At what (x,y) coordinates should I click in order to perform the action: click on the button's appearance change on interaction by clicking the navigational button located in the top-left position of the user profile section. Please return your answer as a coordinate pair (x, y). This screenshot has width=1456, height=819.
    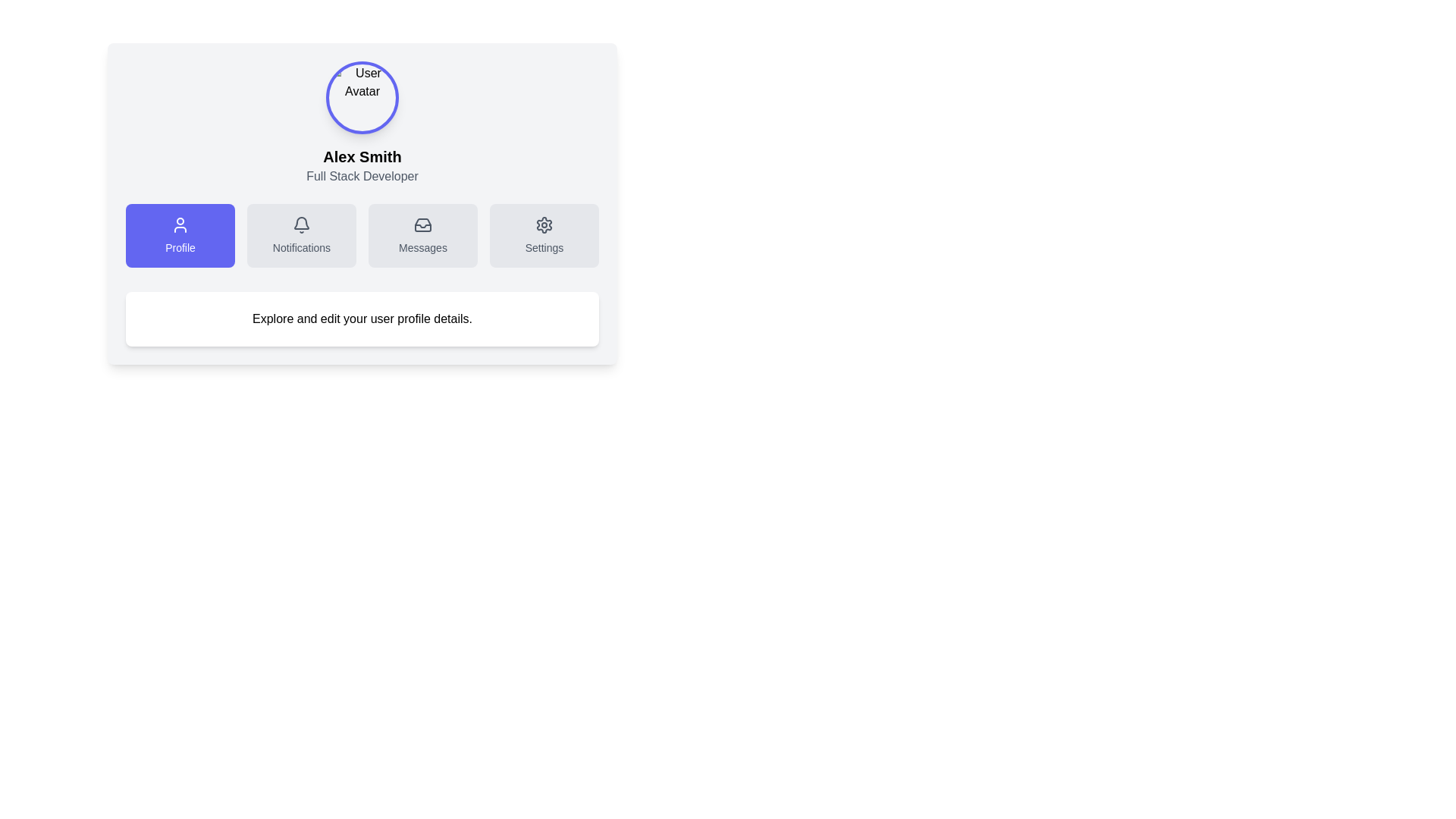
    Looking at the image, I should click on (180, 236).